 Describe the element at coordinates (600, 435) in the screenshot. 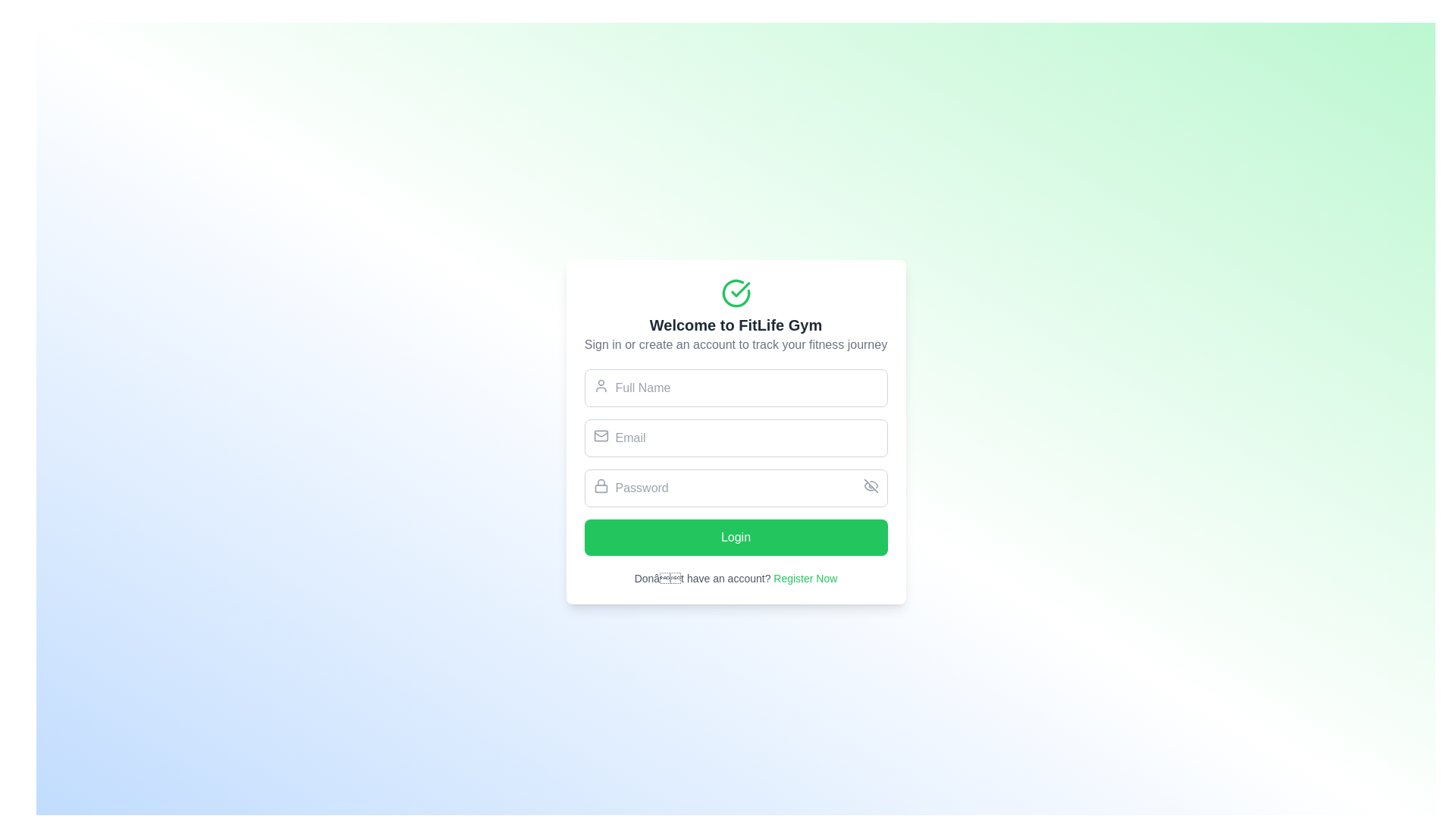

I see `the envelope icon located inside the email input field, which is positioned to the far left and aligns with the label 'Email'` at that location.